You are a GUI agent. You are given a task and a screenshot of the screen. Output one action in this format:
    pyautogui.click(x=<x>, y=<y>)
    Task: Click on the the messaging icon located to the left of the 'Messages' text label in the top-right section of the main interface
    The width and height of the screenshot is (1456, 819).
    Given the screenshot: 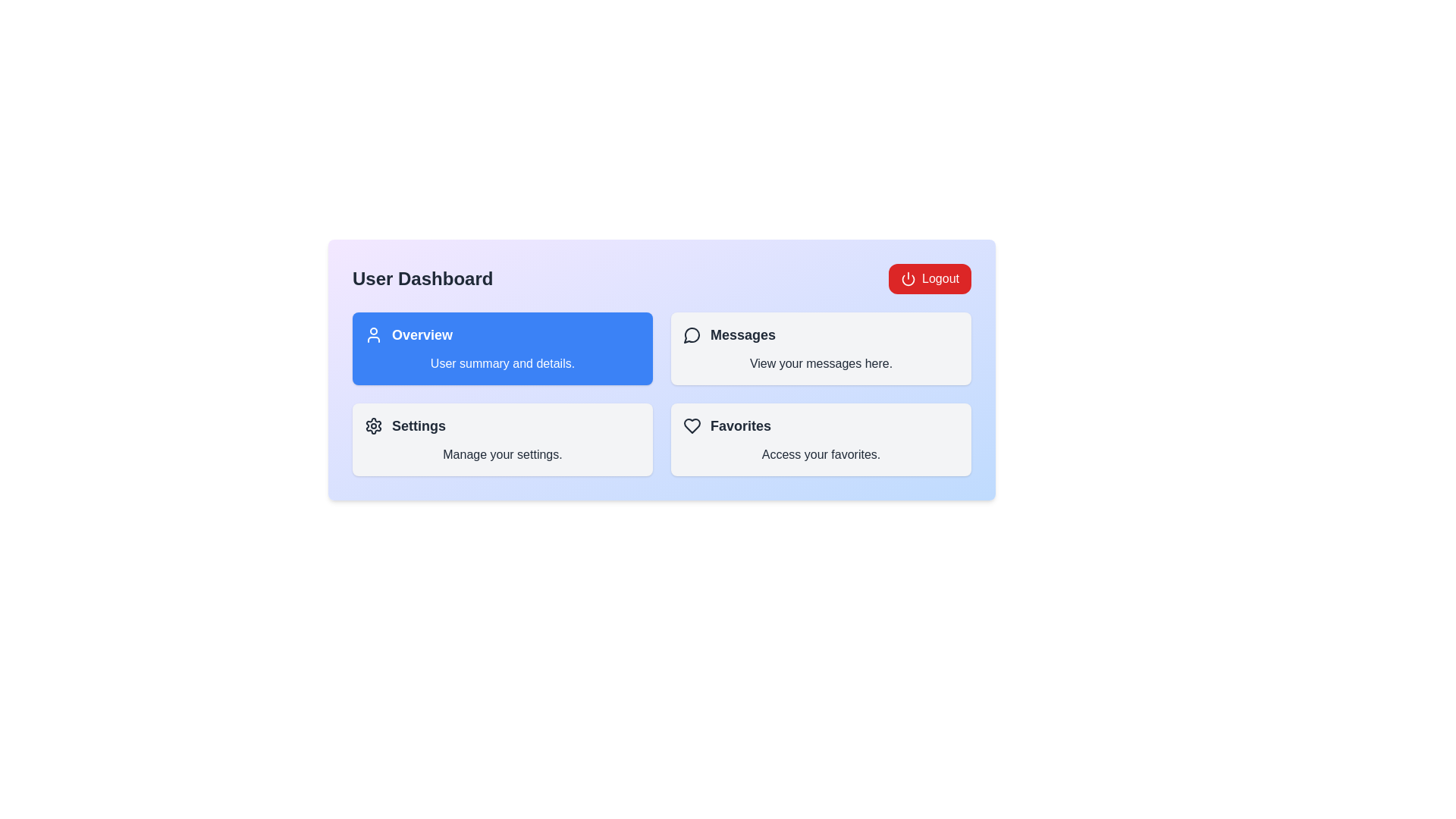 What is the action you would take?
    pyautogui.click(x=691, y=334)
    